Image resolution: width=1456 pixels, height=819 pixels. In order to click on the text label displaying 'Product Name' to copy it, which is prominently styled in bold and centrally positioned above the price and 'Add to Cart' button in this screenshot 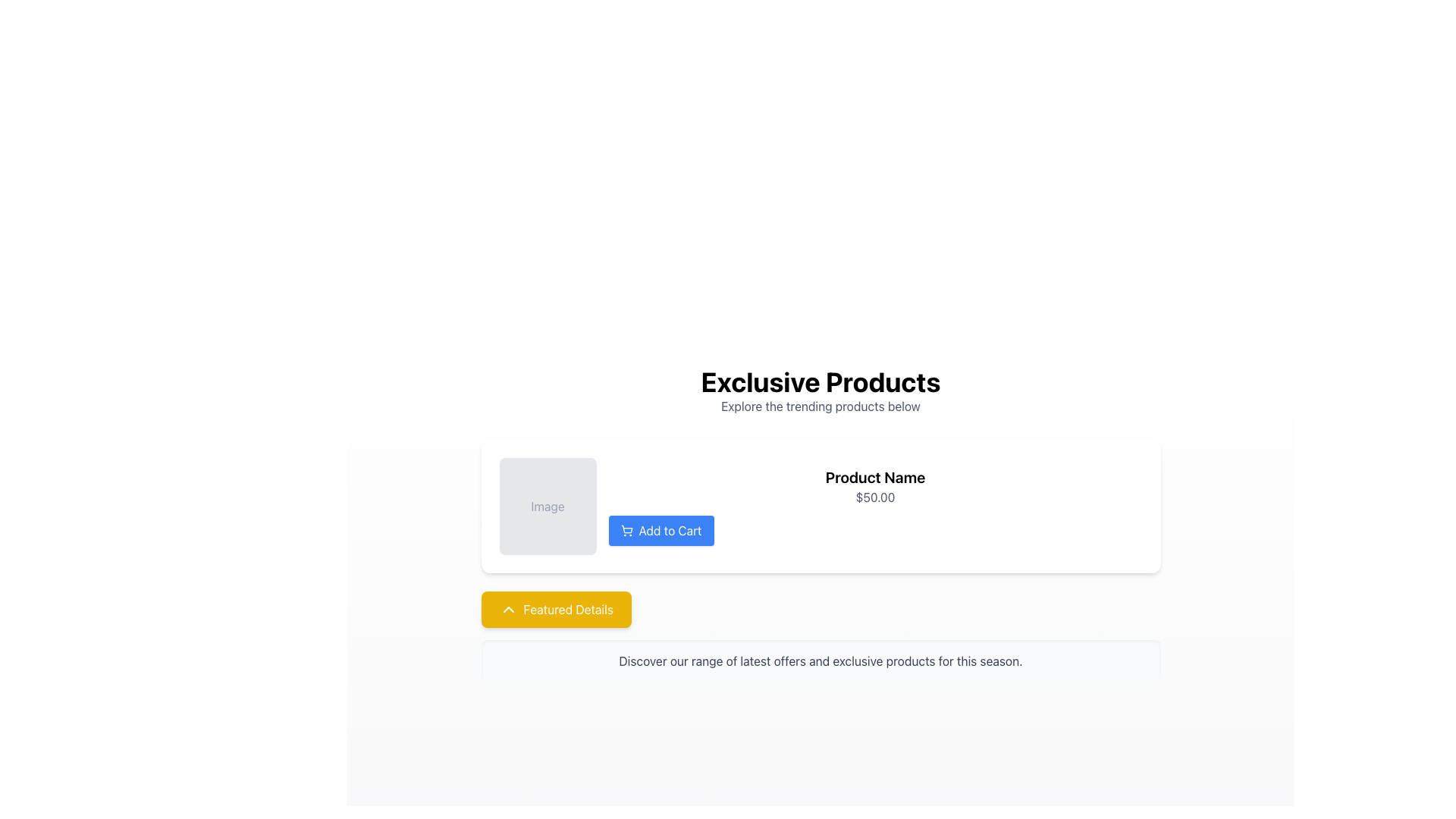, I will do `click(875, 476)`.